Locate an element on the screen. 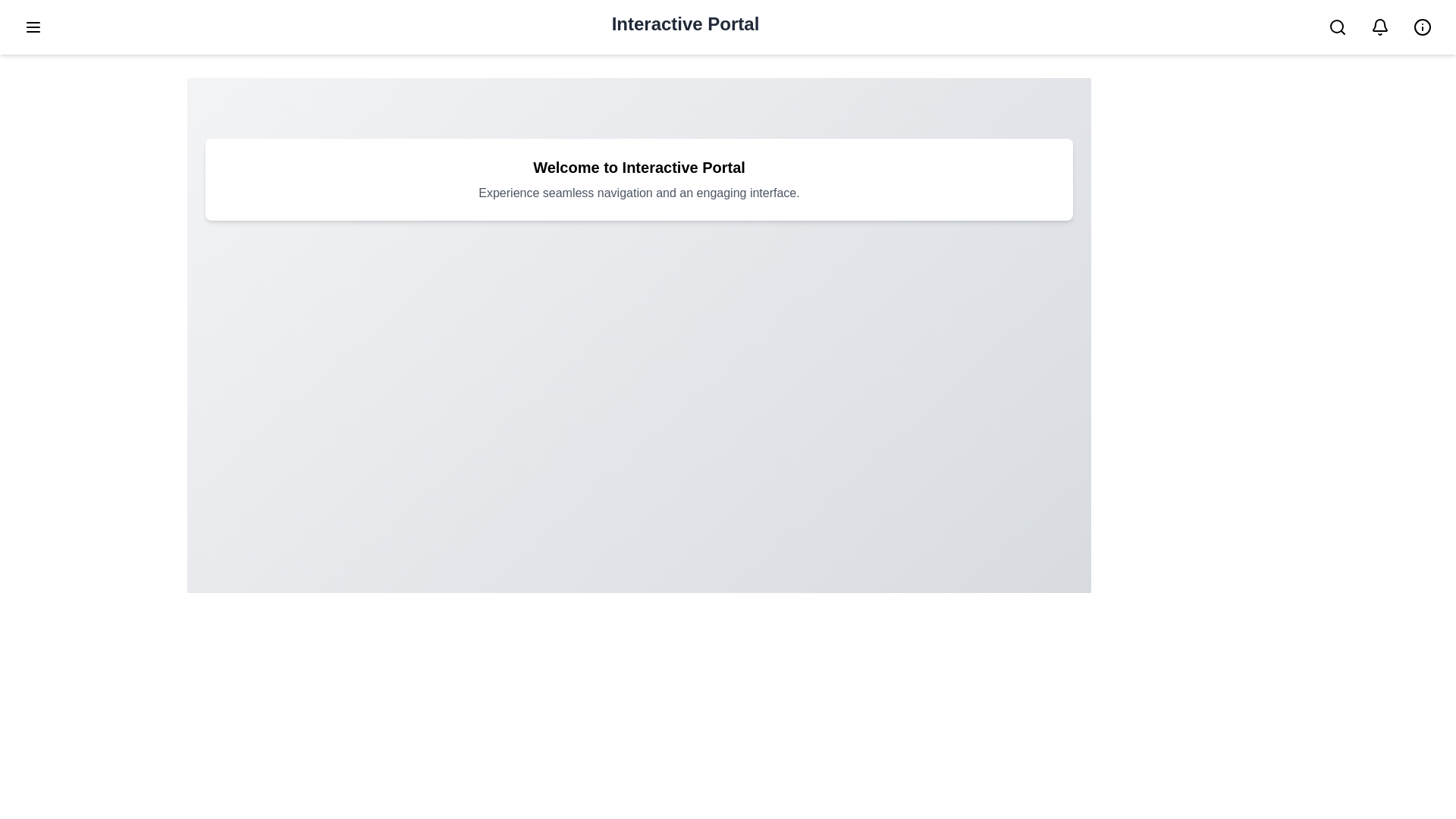 Image resolution: width=1456 pixels, height=819 pixels. the Menu button in the navigation bar is located at coordinates (33, 27).